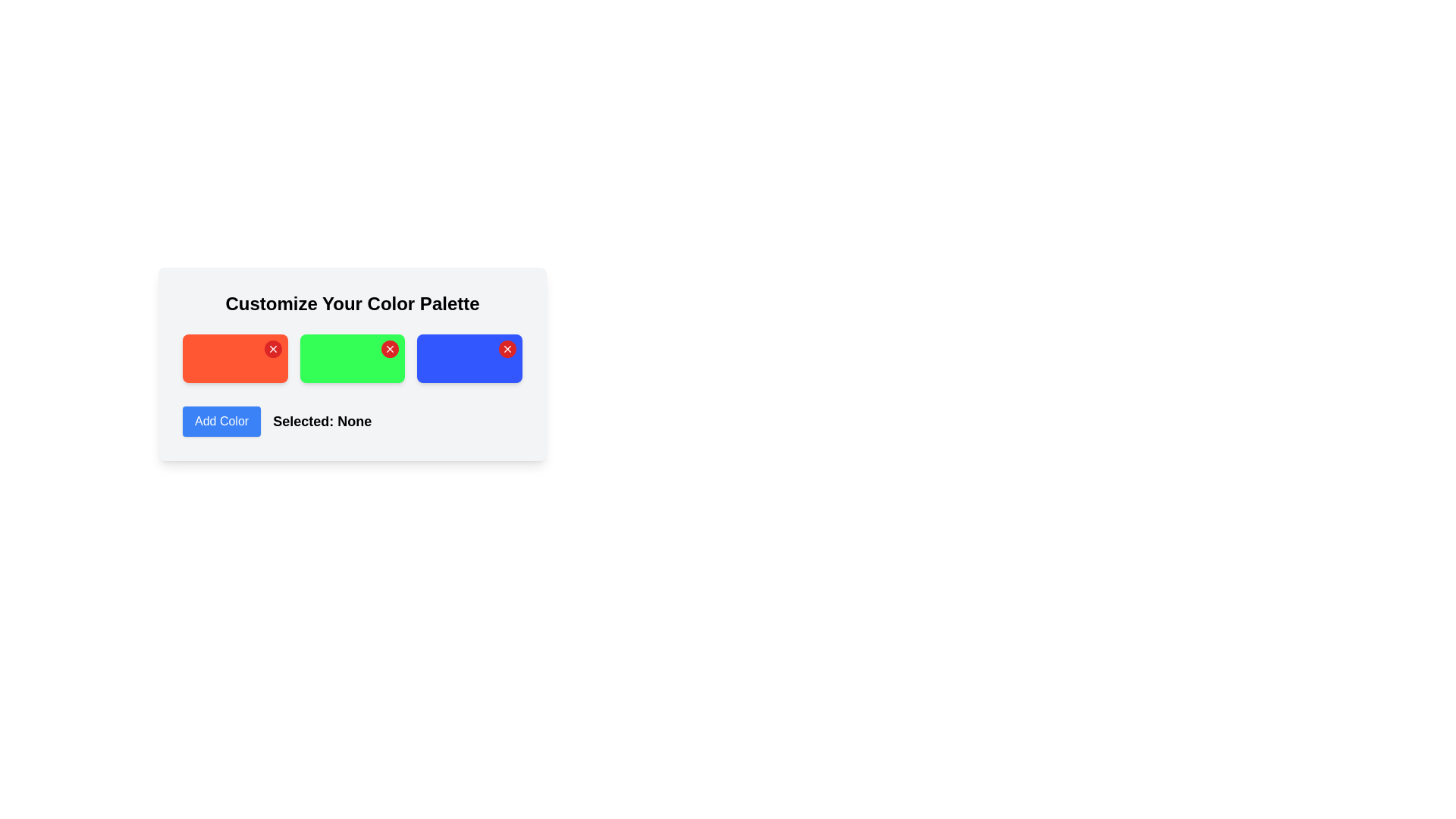 The image size is (1456, 819). What do you see at coordinates (390, 349) in the screenshot?
I see `the button located in the top-right corner of the green rectangular box in the 'Customize Your Color Palette' section` at bounding box center [390, 349].